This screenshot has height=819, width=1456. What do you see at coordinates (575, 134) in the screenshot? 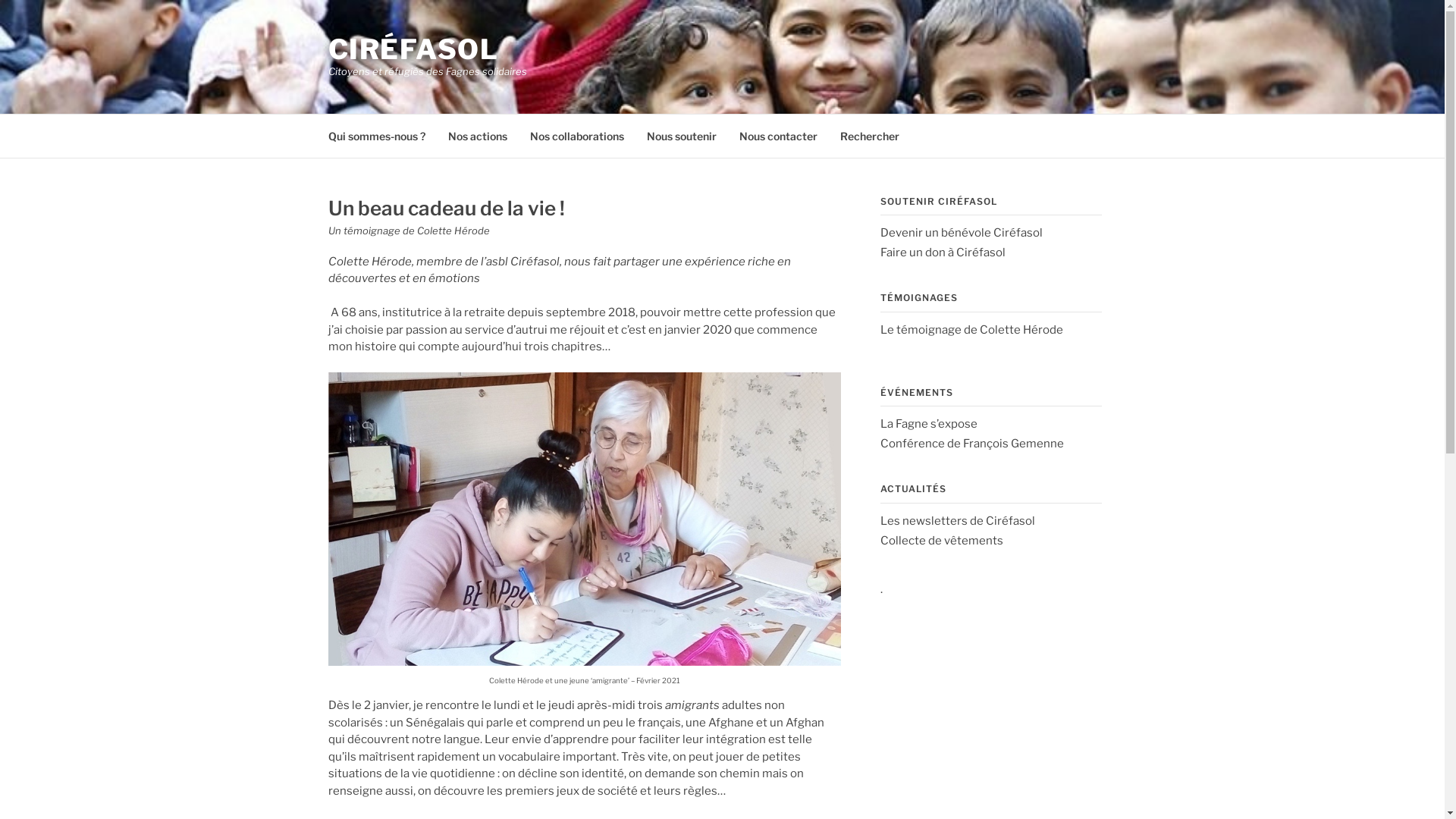
I see `'Nos collaborations'` at bounding box center [575, 134].